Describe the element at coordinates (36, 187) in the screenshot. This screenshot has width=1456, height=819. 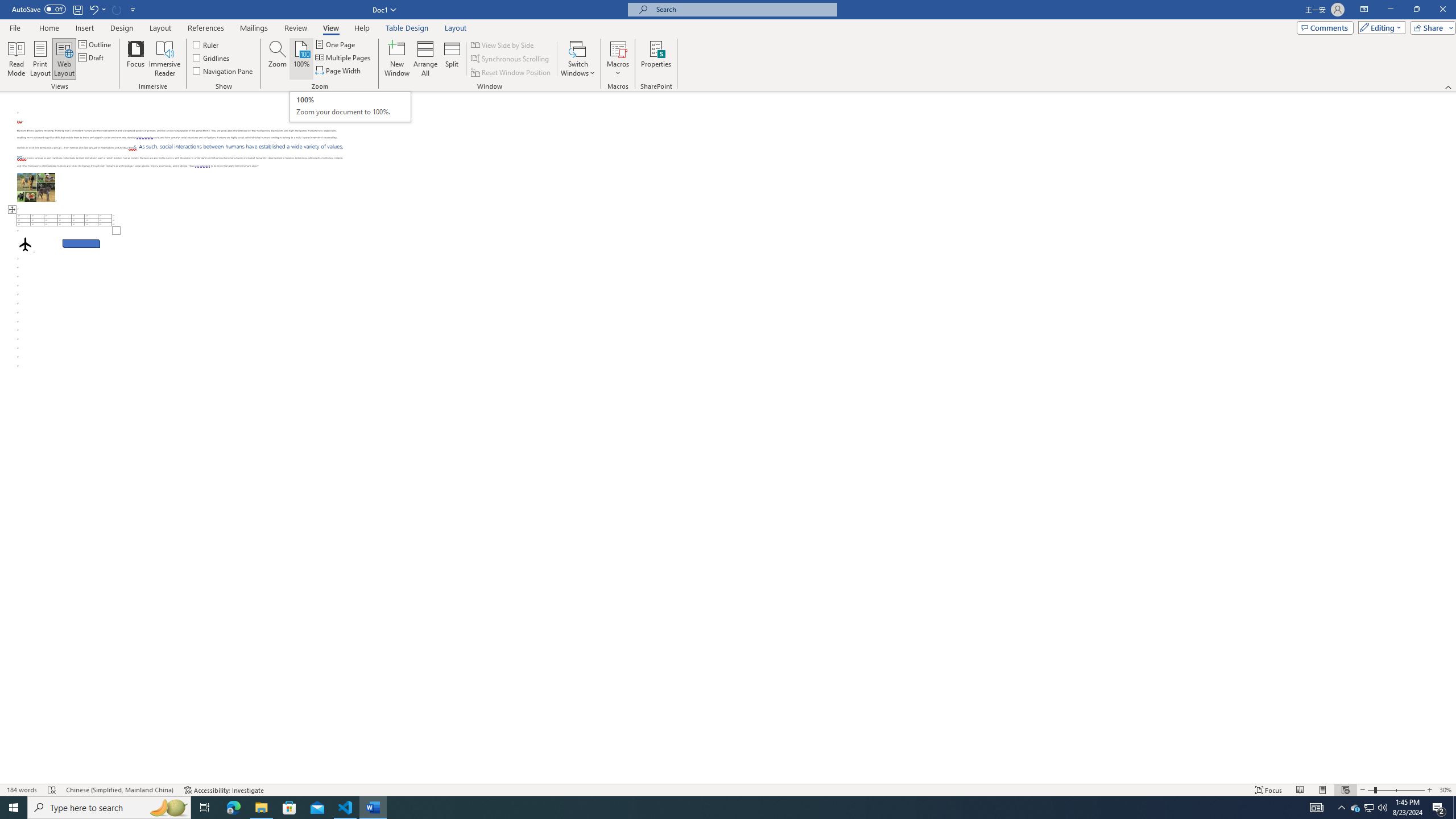
I see `'Morphological variation in six dogs'` at that location.